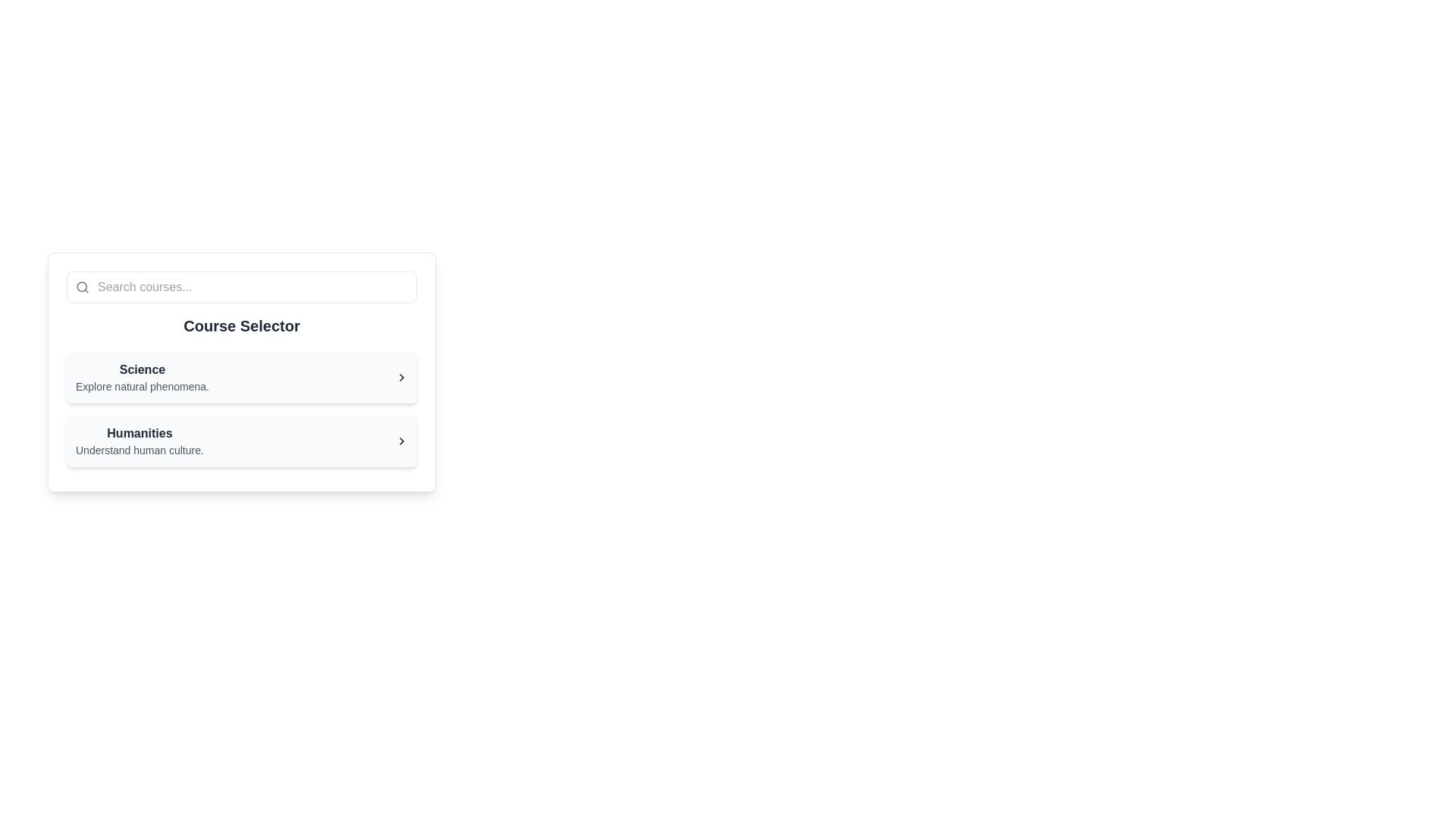  I want to click on the navigation icon located at the far right end of the 'Science' item box, adjacent to the text 'Explore natural phenomena.' for accessibility, so click(401, 376).